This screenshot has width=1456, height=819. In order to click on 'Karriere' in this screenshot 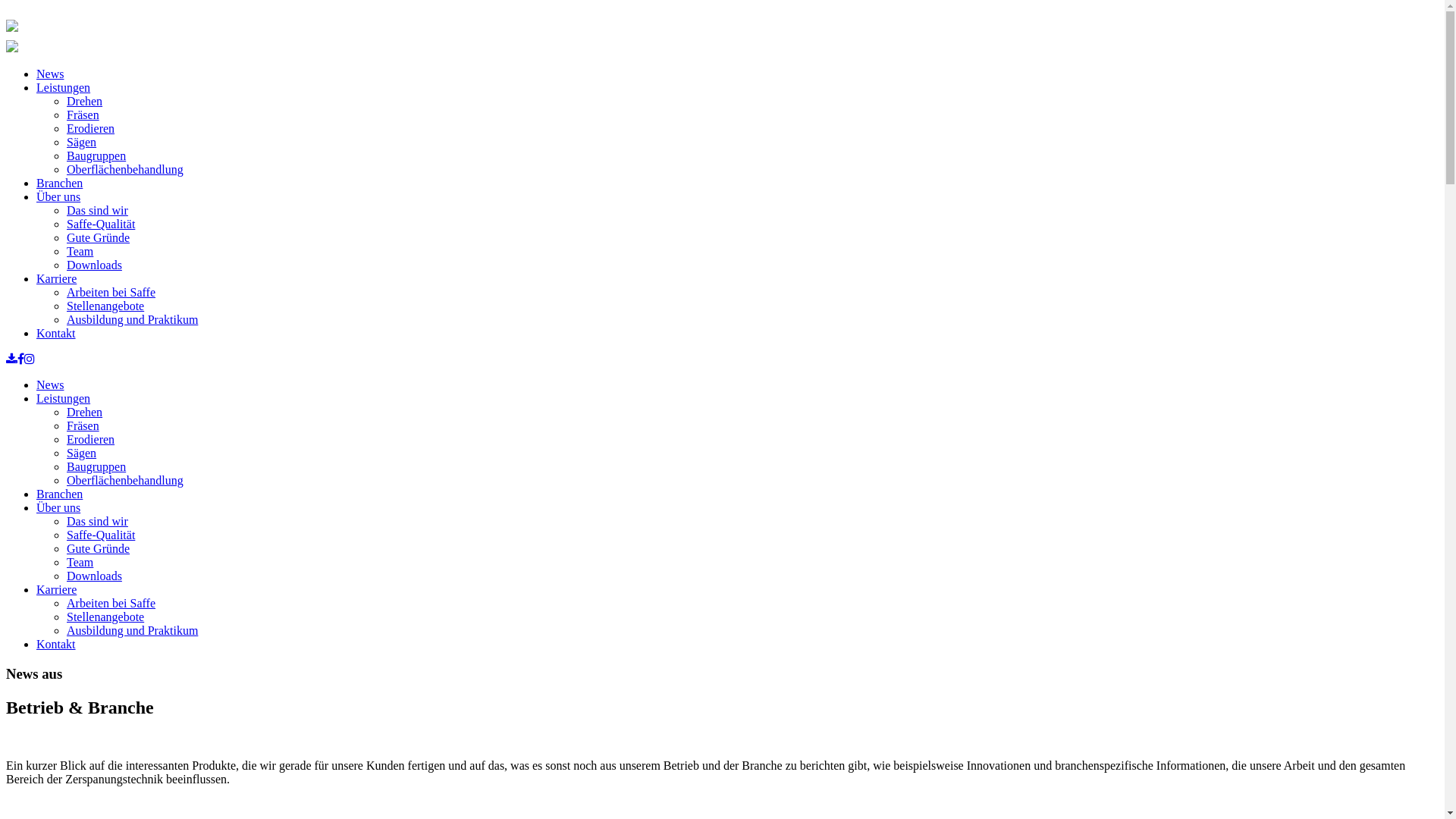, I will do `click(56, 588)`.